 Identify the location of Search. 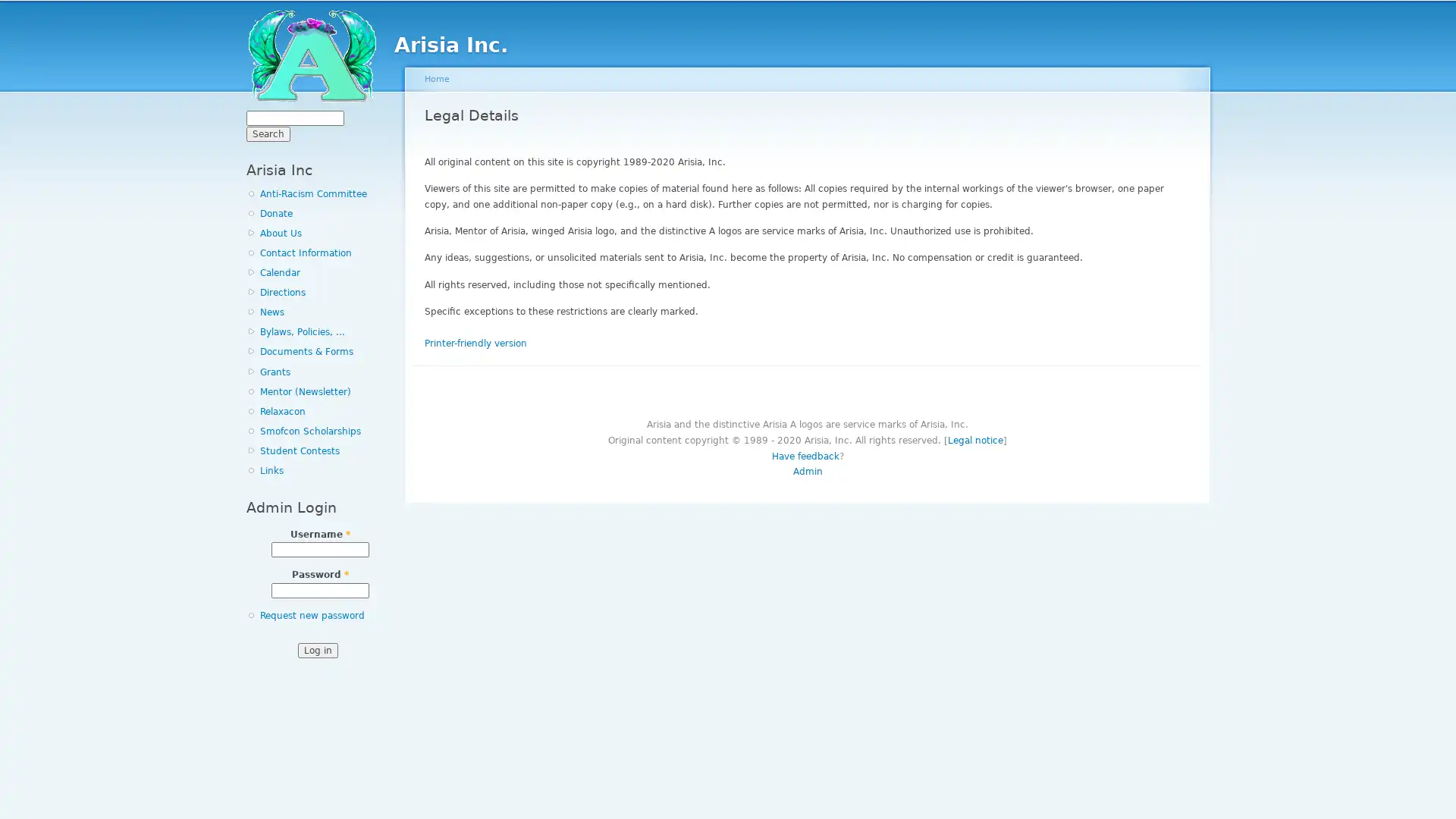
(268, 133).